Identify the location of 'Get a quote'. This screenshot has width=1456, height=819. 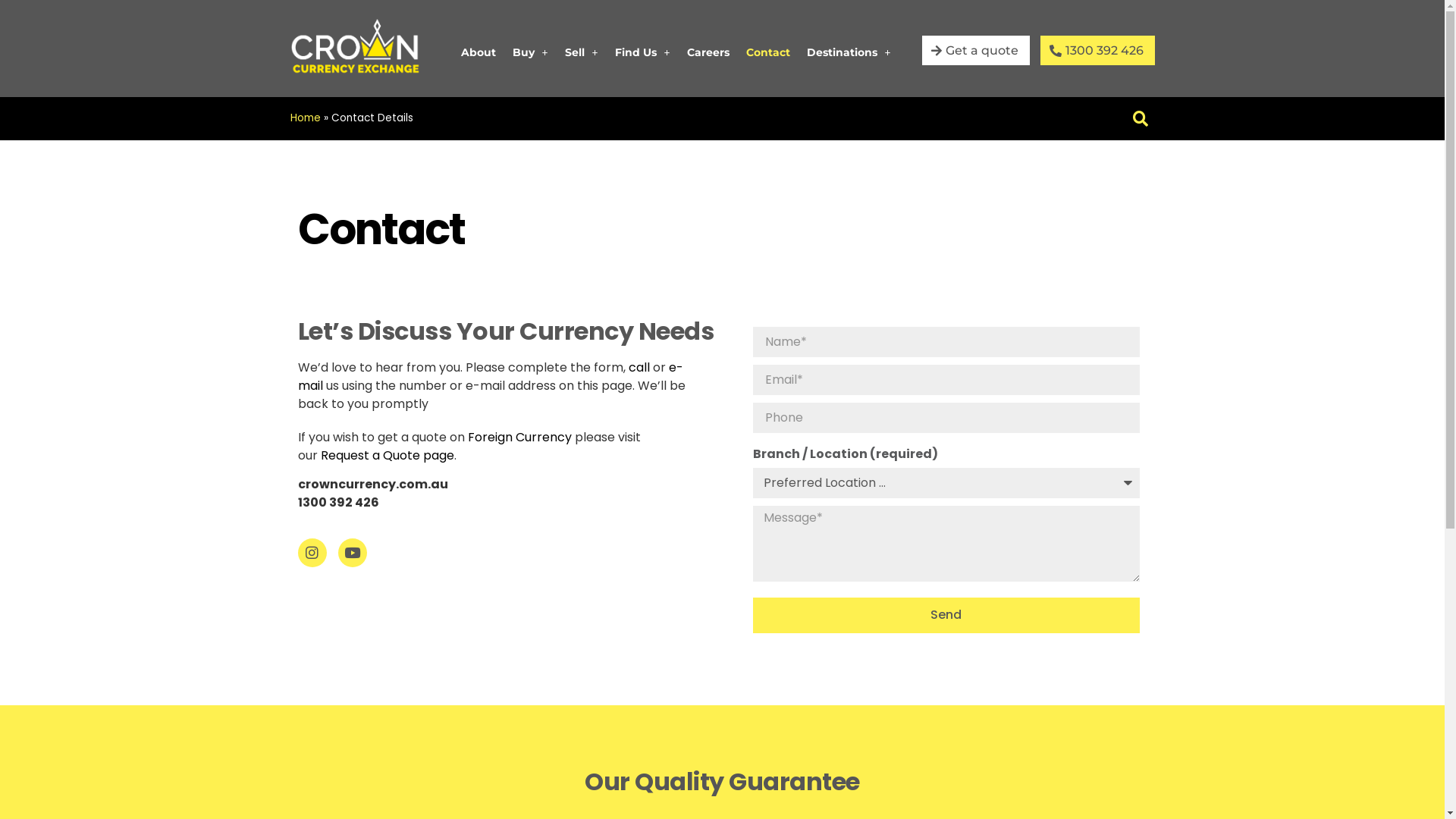
(975, 49).